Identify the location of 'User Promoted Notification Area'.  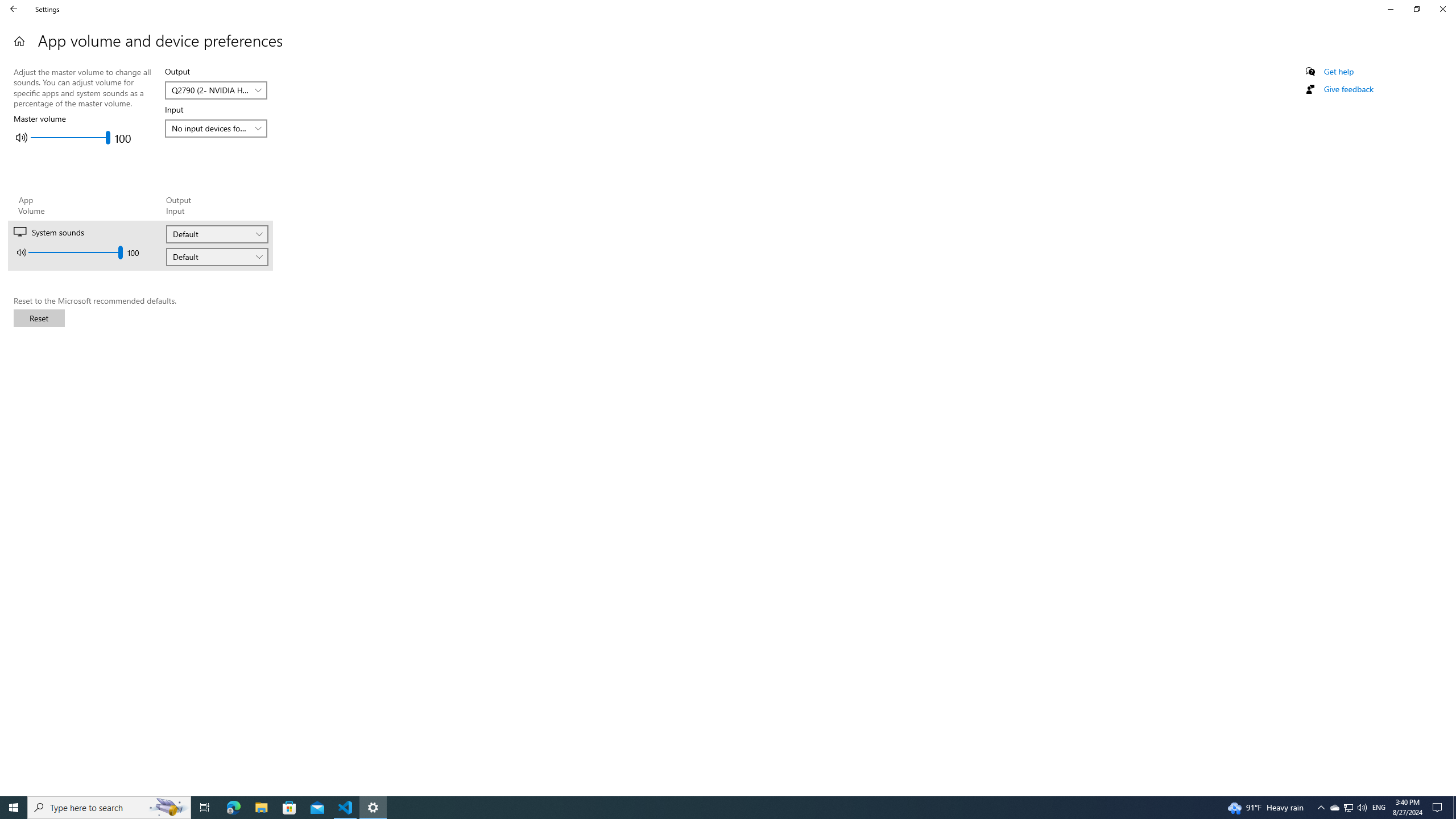
(1347, 806).